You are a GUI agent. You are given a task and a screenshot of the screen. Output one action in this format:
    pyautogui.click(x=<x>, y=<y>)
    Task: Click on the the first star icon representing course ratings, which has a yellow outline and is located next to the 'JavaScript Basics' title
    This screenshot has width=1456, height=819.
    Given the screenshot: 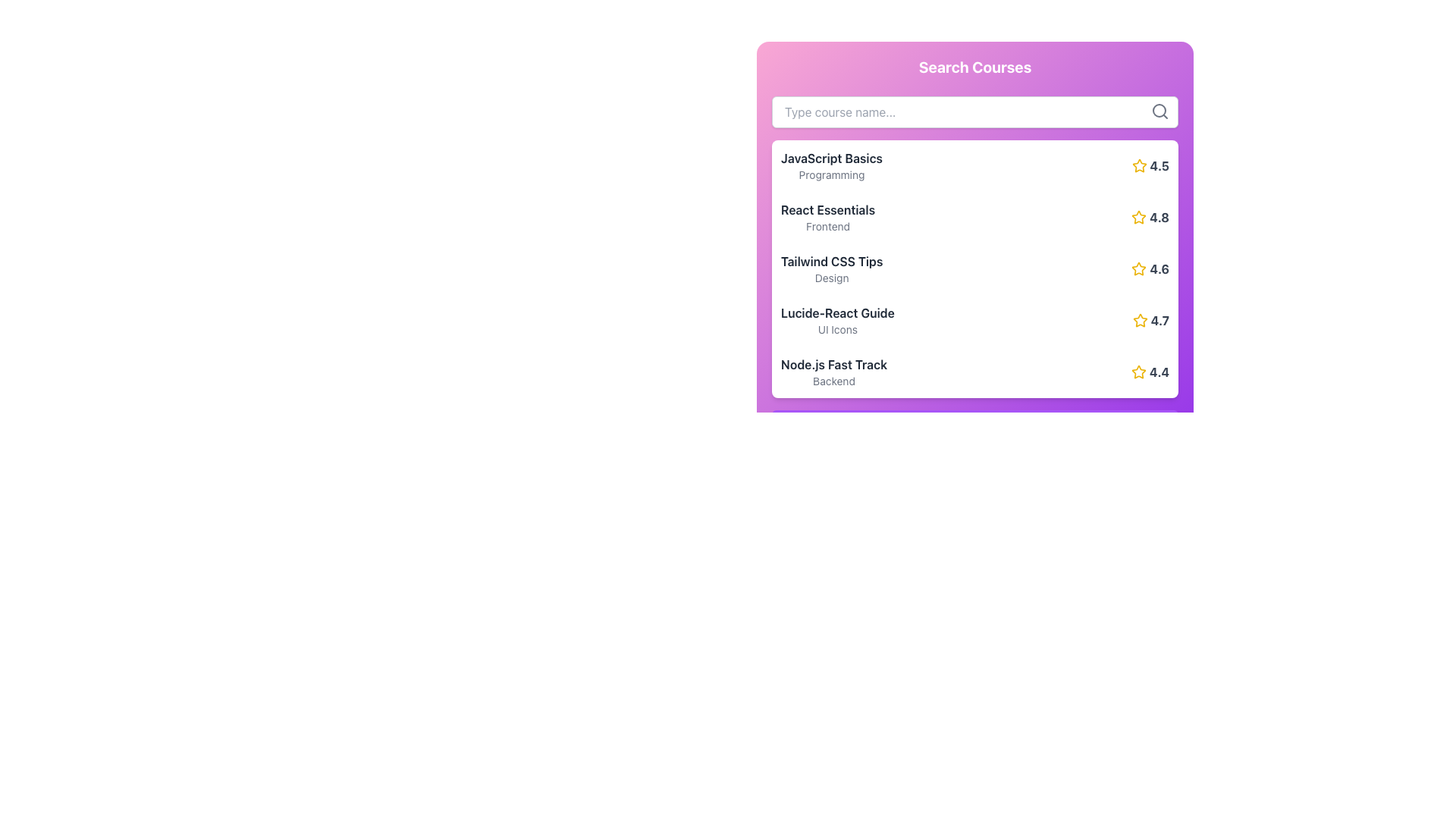 What is the action you would take?
    pyautogui.click(x=1139, y=165)
    